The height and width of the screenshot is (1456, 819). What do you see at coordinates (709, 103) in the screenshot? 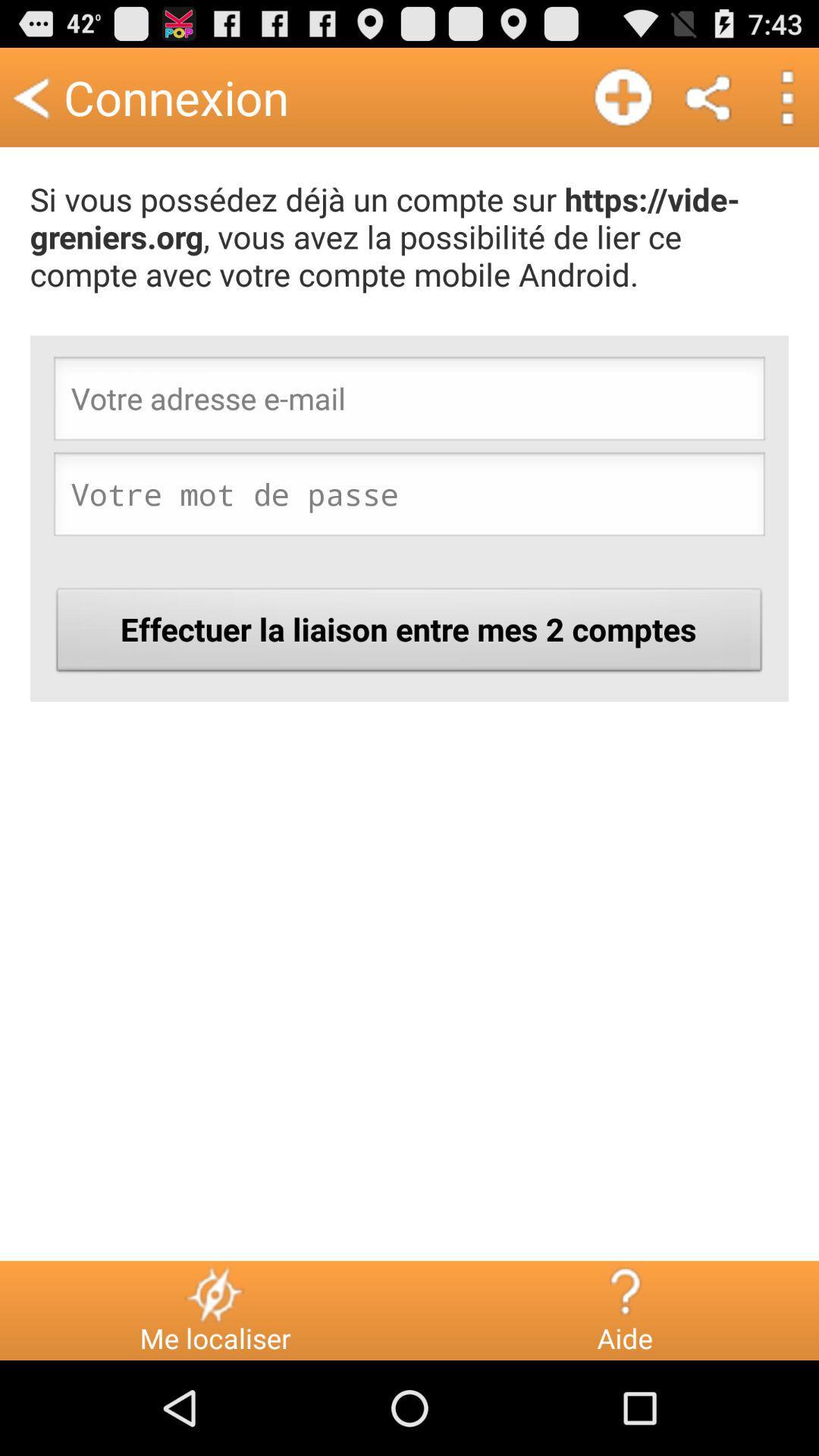
I see `the share icon` at bounding box center [709, 103].